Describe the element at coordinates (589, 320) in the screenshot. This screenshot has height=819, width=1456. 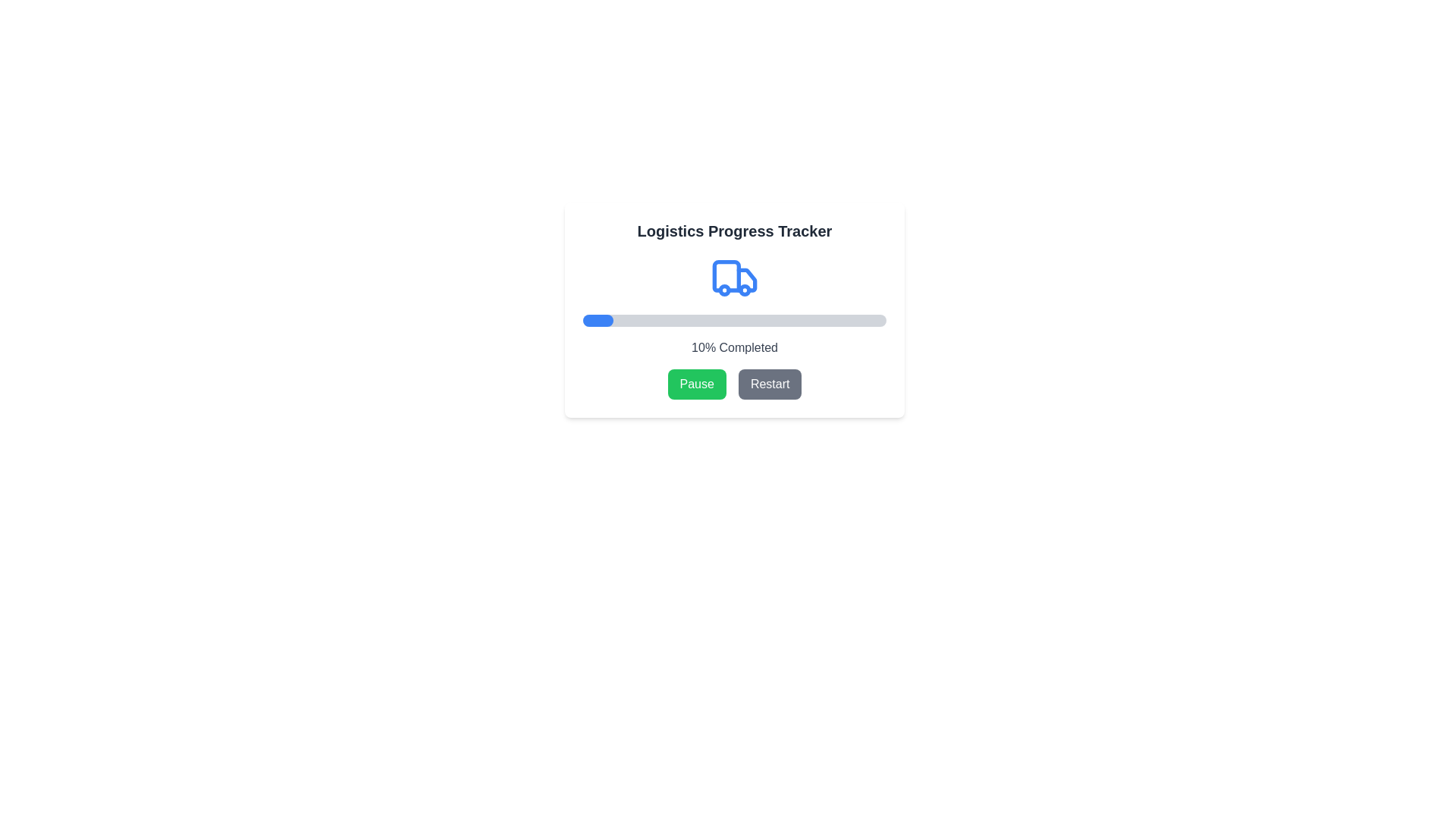
I see `the blue-colored, rounded rectangular segment of the progress indicator located at the far left of the 'Logistics Progress Tracker' progress bar` at that location.